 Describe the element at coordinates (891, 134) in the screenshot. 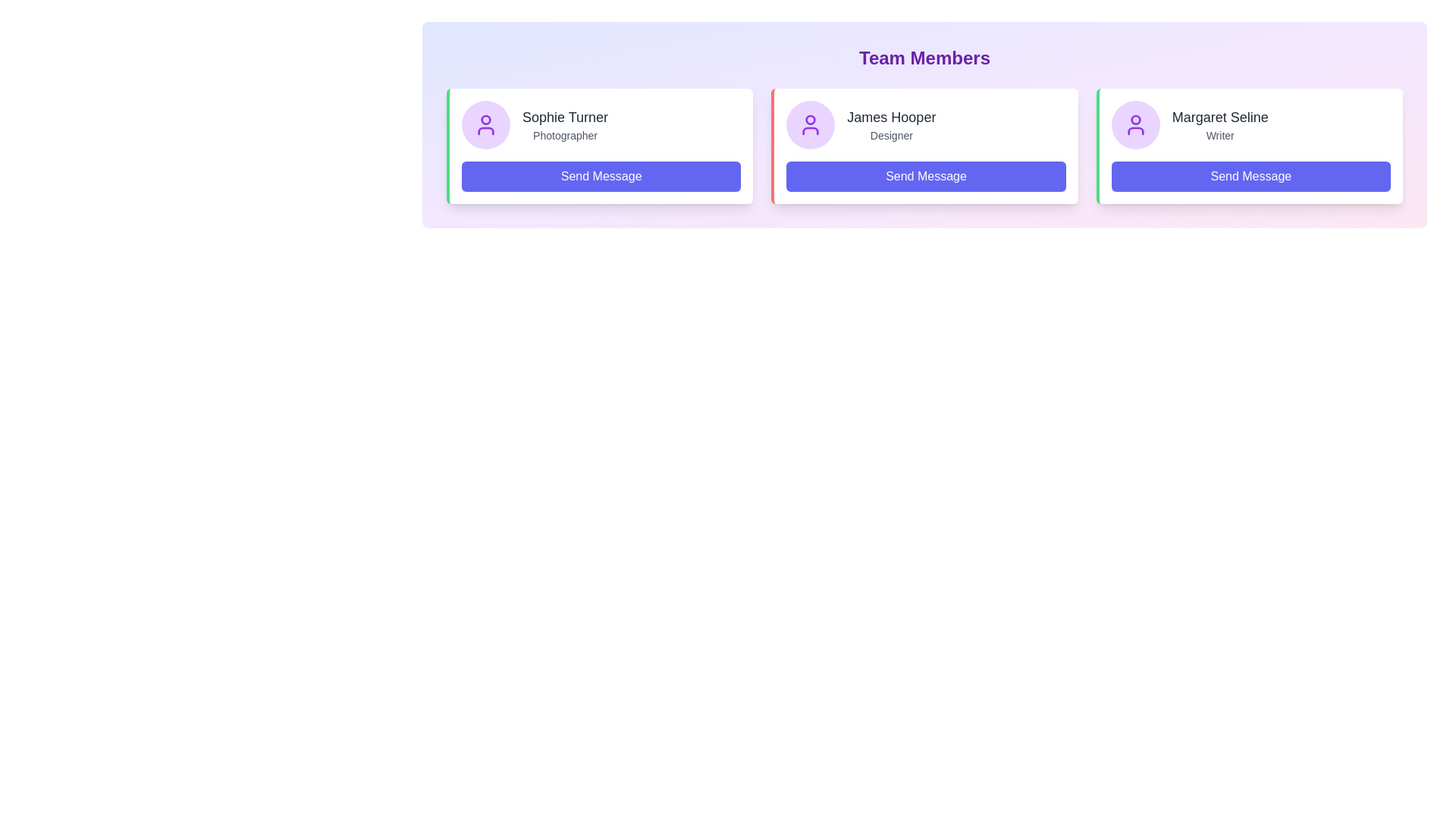

I see `Text Label indicating the role or occupation of 'James Hooper', which is located directly beneath the name text and centrally aligned within the card` at that location.